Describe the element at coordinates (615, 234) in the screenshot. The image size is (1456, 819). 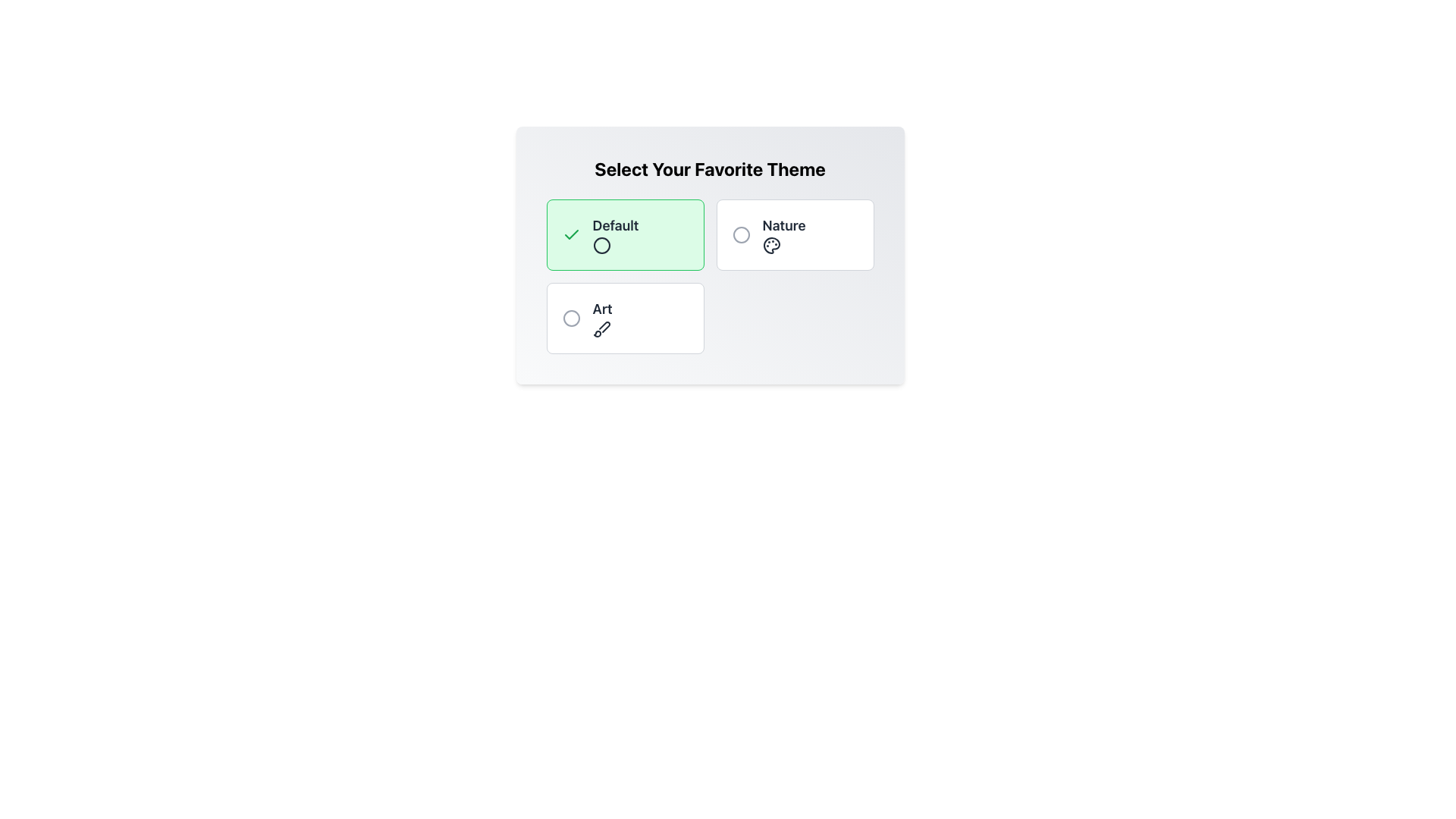
I see `the 'Default' theme label located in the top-left box of the 'Select Your Favorite Theme' section, which is positioned directly above the circular icon` at that location.